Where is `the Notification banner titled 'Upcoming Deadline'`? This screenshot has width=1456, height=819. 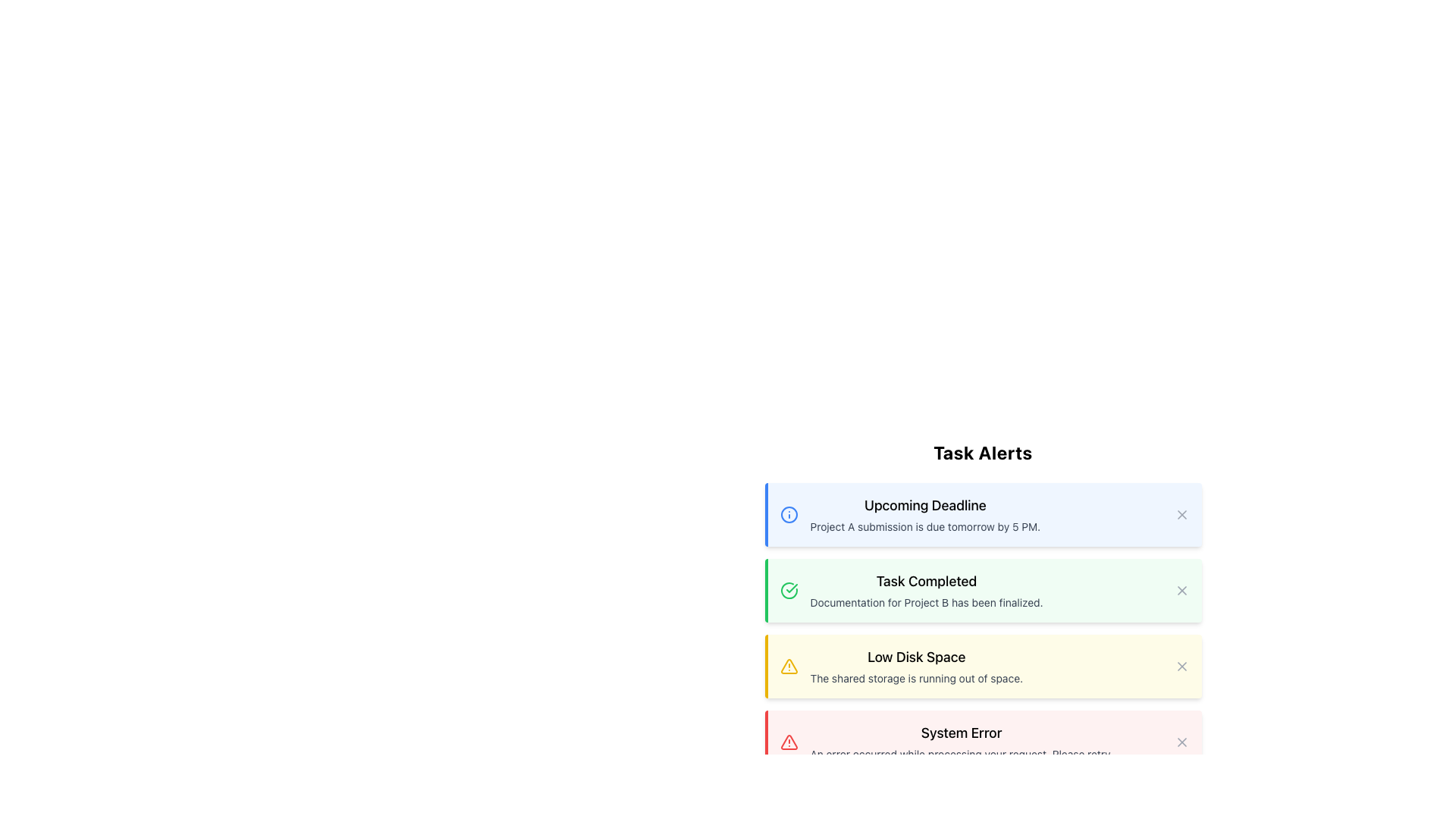 the Notification banner titled 'Upcoming Deadline' is located at coordinates (984, 513).